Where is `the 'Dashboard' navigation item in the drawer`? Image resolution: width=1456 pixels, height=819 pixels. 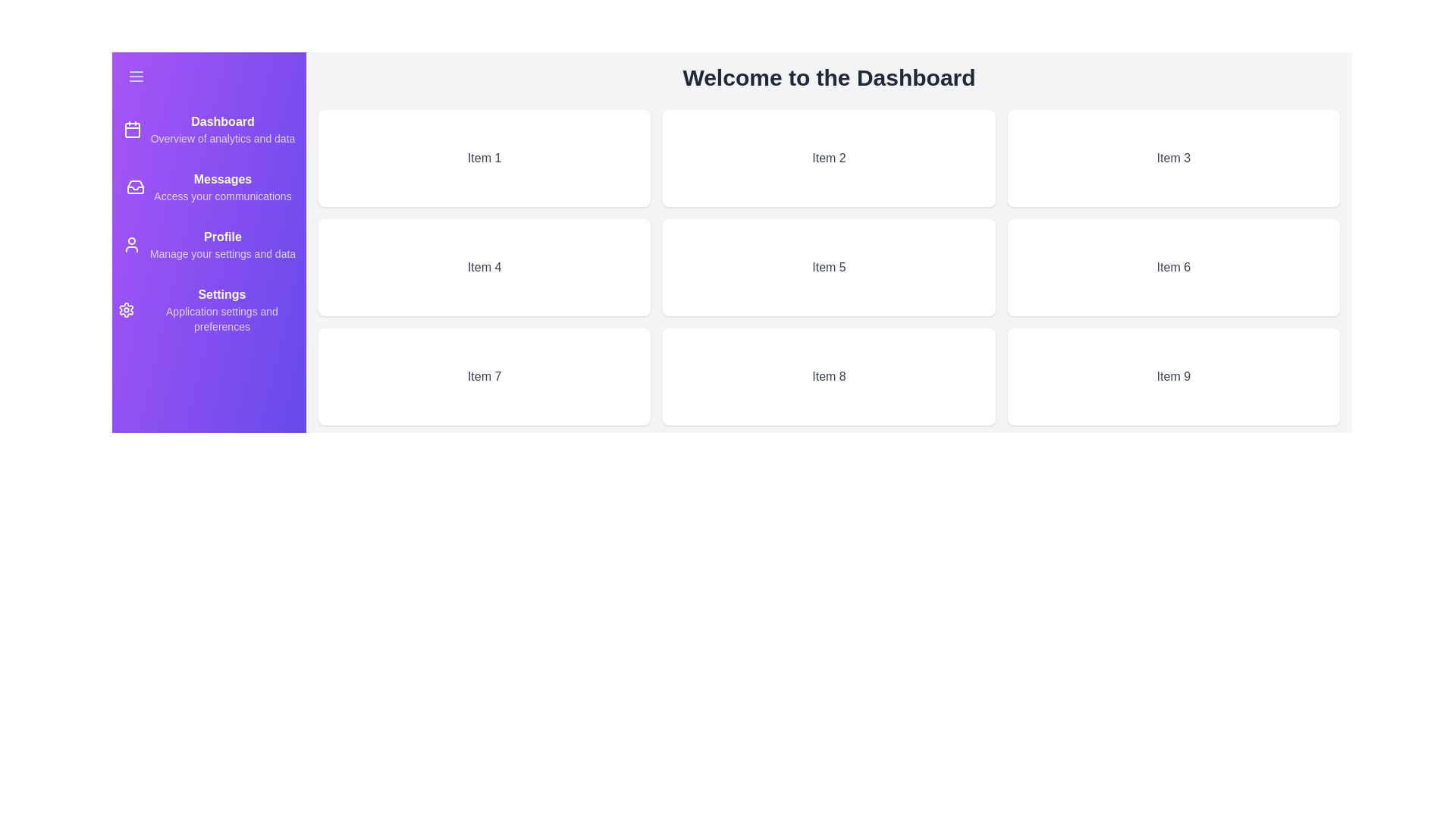 the 'Dashboard' navigation item in the drawer is located at coordinates (221, 121).